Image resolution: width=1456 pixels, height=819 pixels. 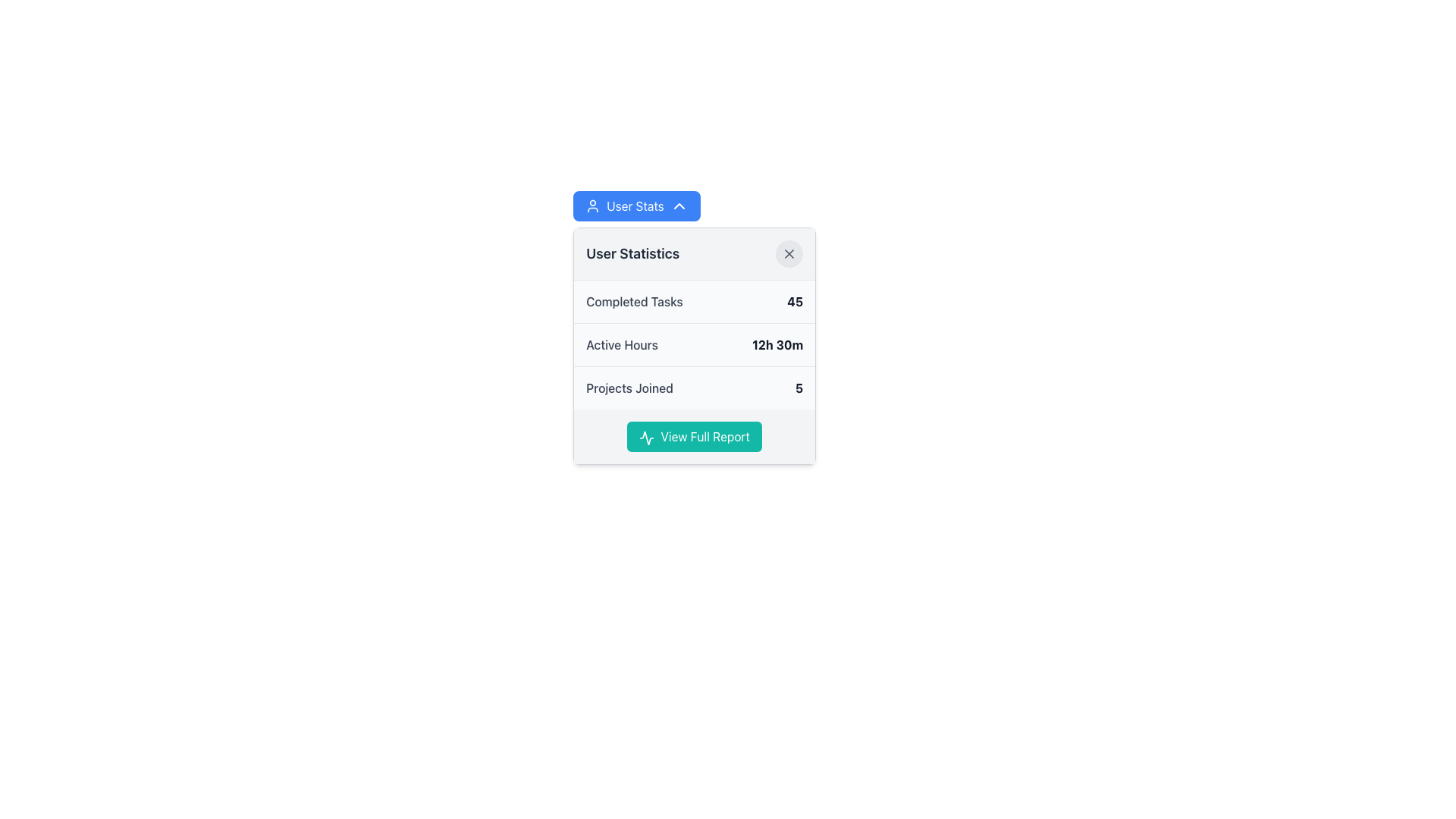 What do you see at coordinates (637, 206) in the screenshot?
I see `the 'User Stats' button, which has a blue background, white text, and is located at the top of a popup interface` at bounding box center [637, 206].